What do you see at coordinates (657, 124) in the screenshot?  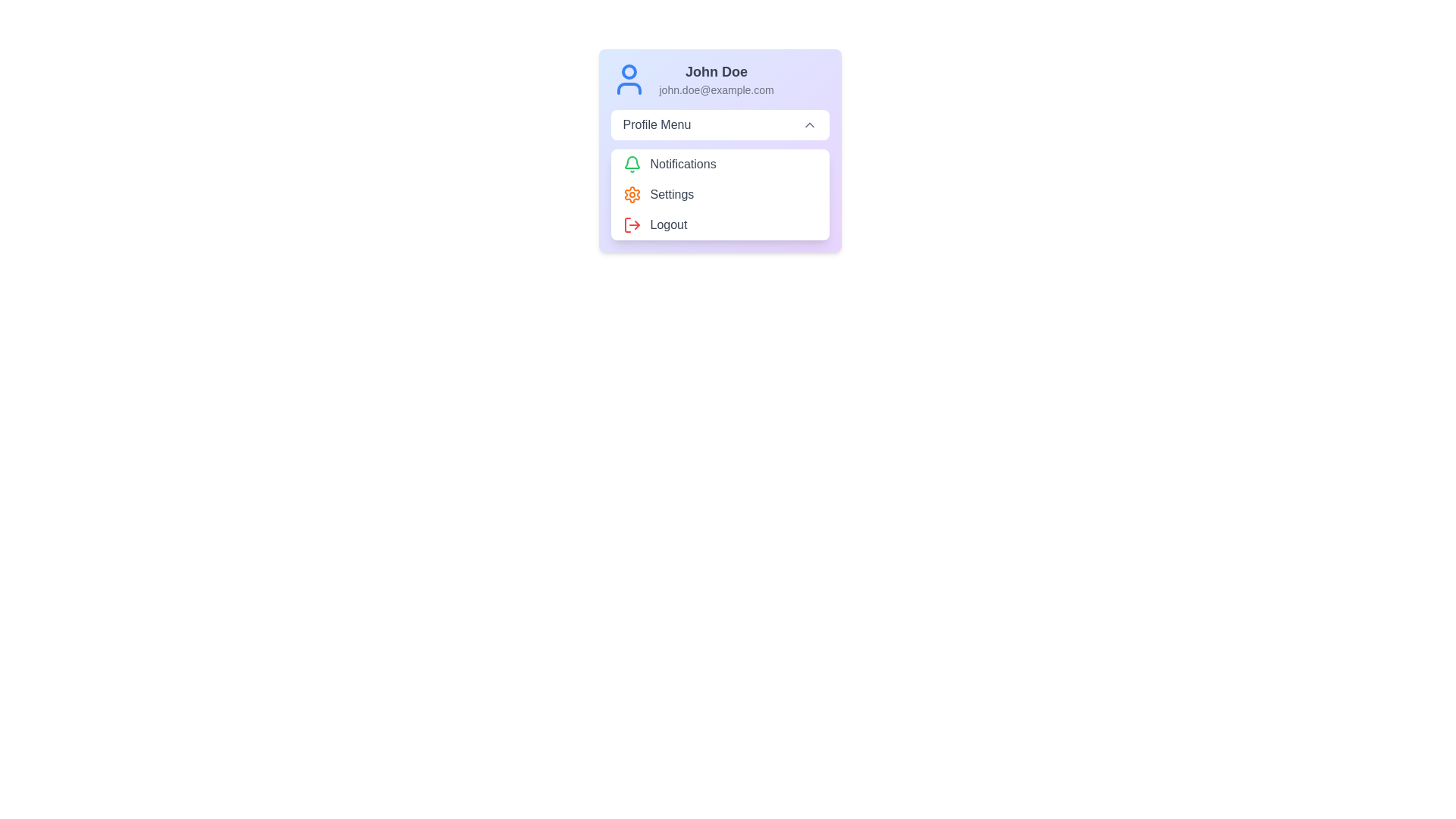 I see `the 'Profile Menu' label that indicates the dropdown menu for profile-specific actions or settings` at bounding box center [657, 124].